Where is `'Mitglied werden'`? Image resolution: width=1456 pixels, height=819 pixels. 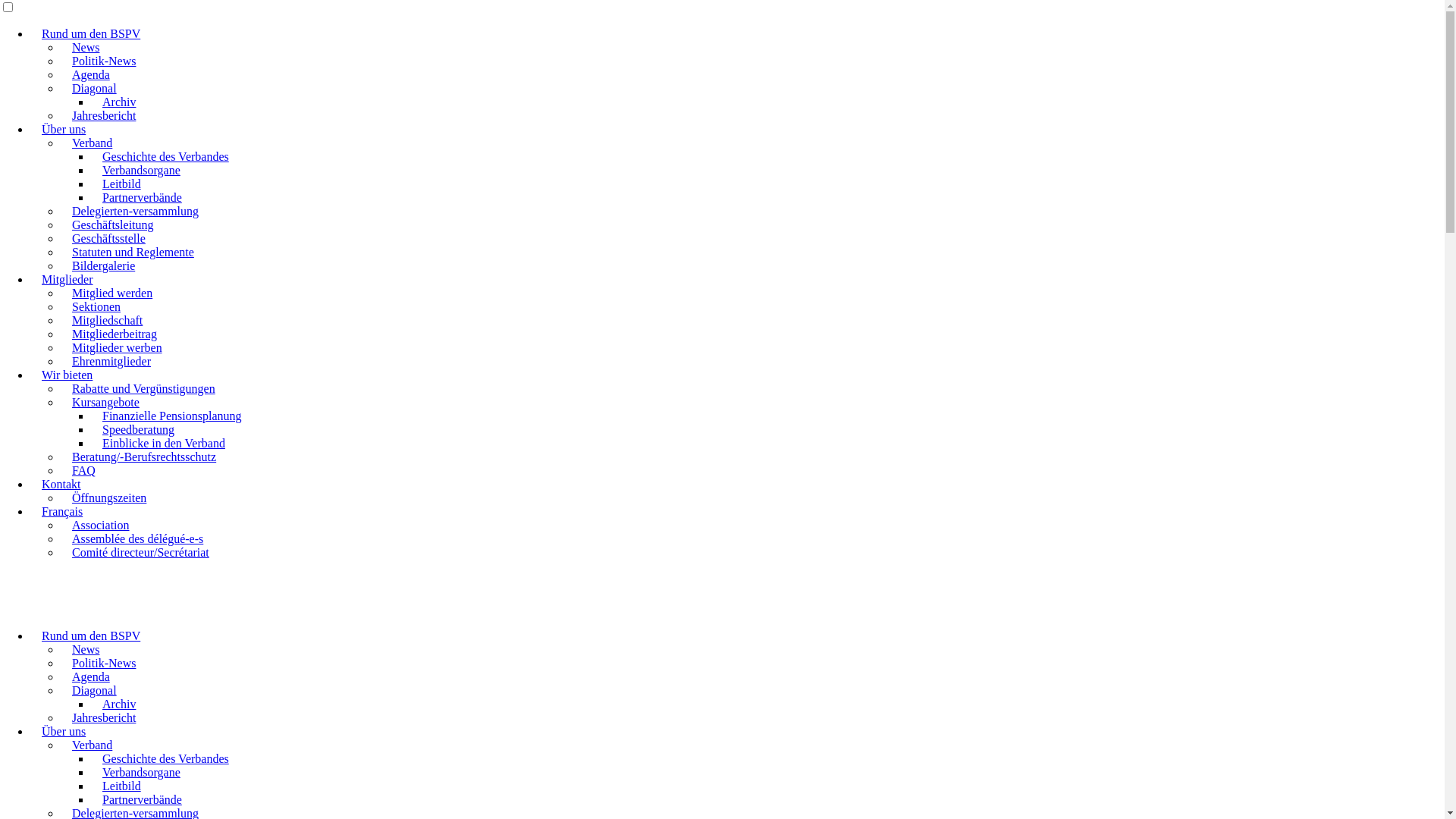
'Mitglied werden' is located at coordinates (111, 293).